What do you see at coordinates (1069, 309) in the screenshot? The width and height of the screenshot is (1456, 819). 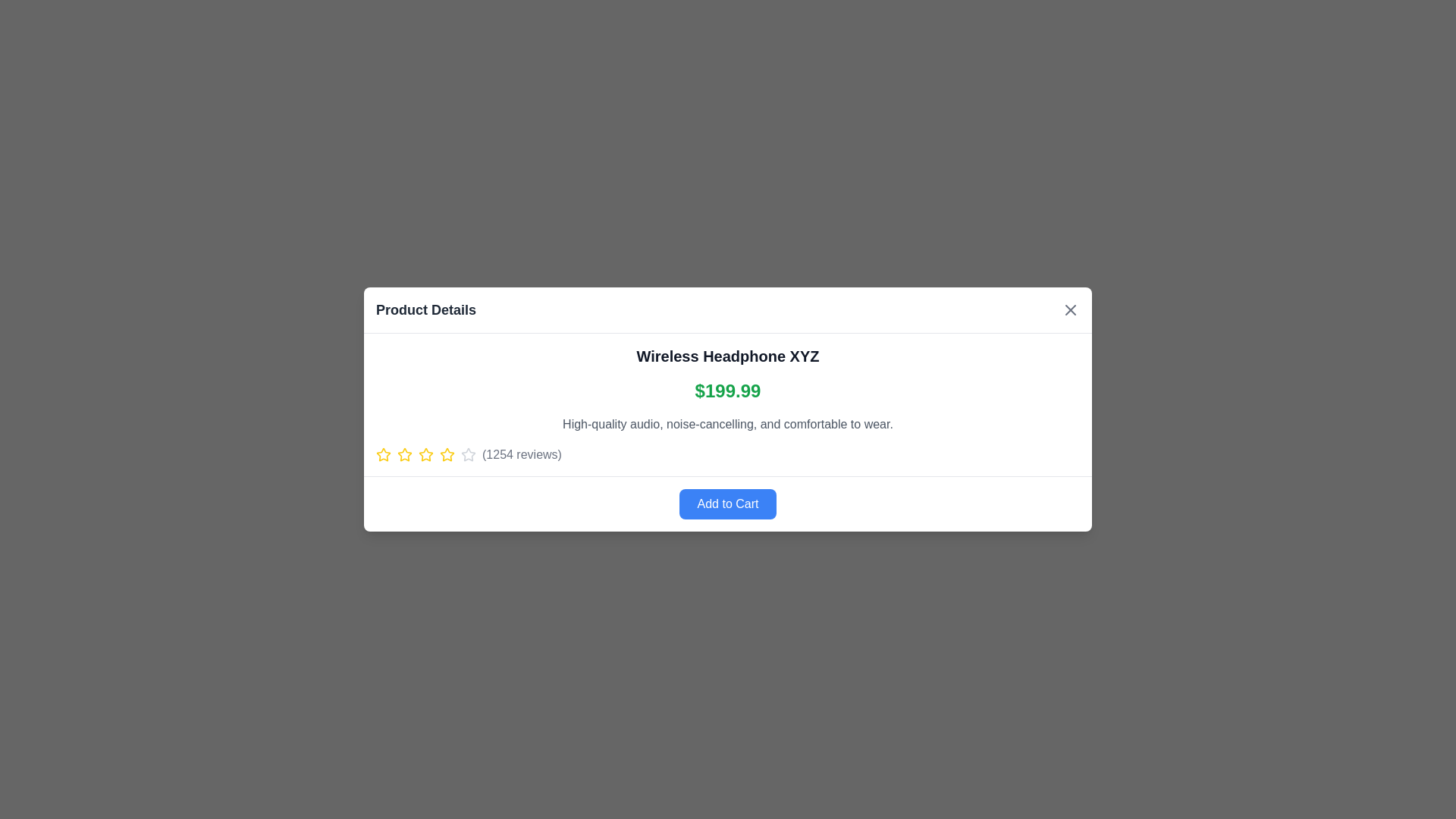 I see `the close button located in the top-right corner of the modal dialog's header section` at bounding box center [1069, 309].